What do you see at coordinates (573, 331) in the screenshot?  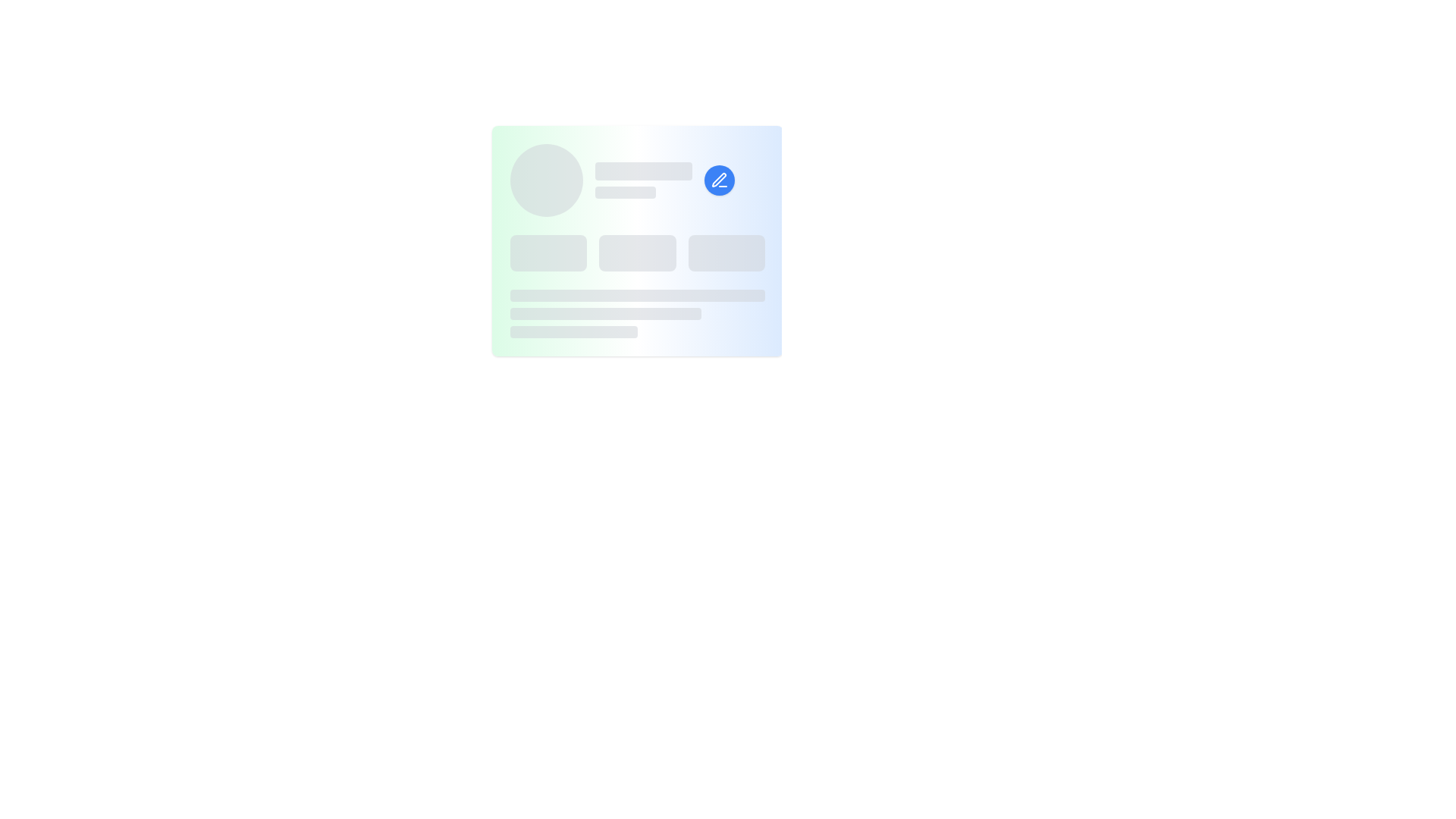 I see `the Loading placeholder bar, which is the third and smallest bar in a group of three horizontally stacked bars, indicating a loading process` at bounding box center [573, 331].